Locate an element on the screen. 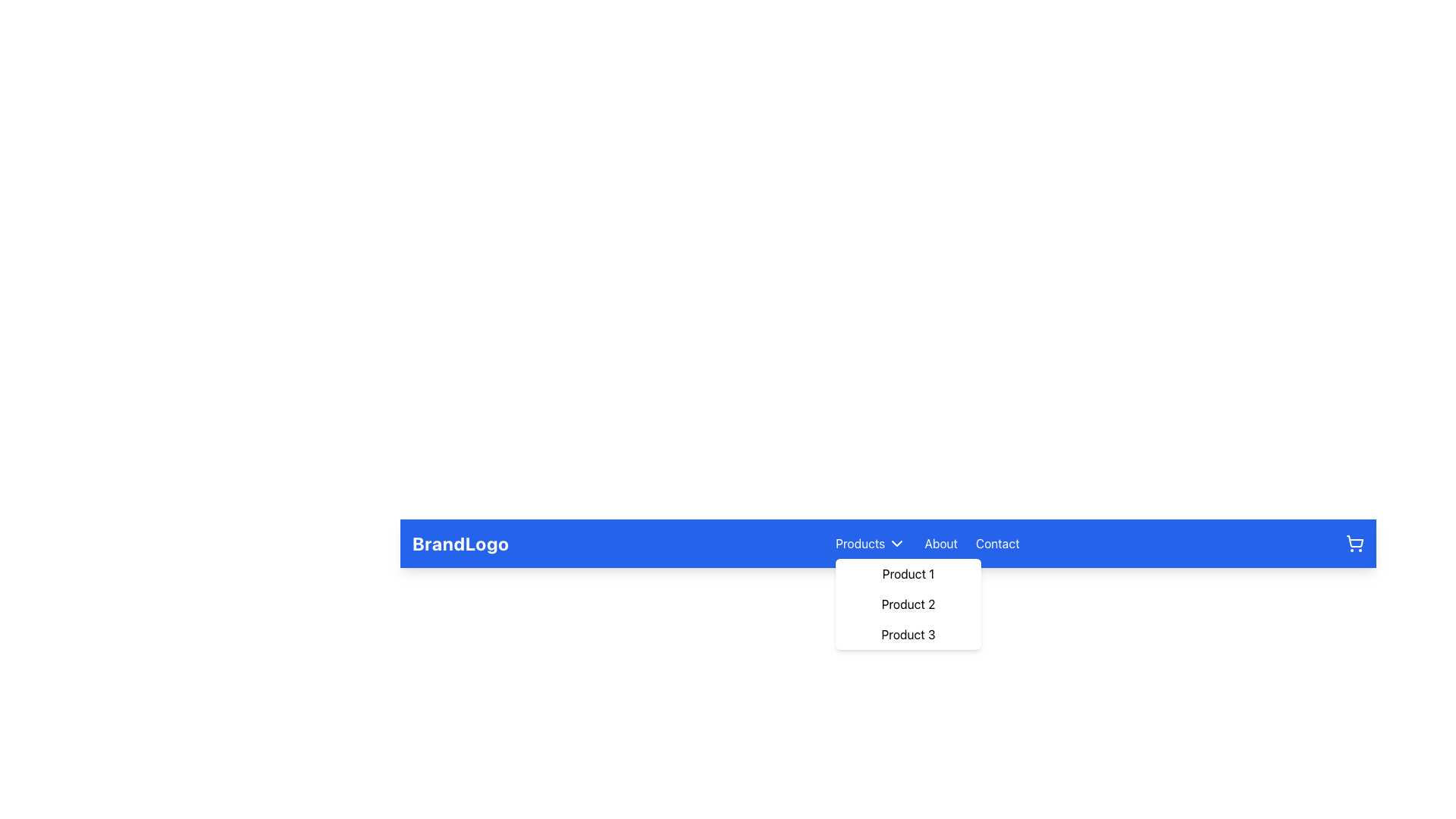  the 'Product 1' hyperlink menu item is located at coordinates (908, 573).